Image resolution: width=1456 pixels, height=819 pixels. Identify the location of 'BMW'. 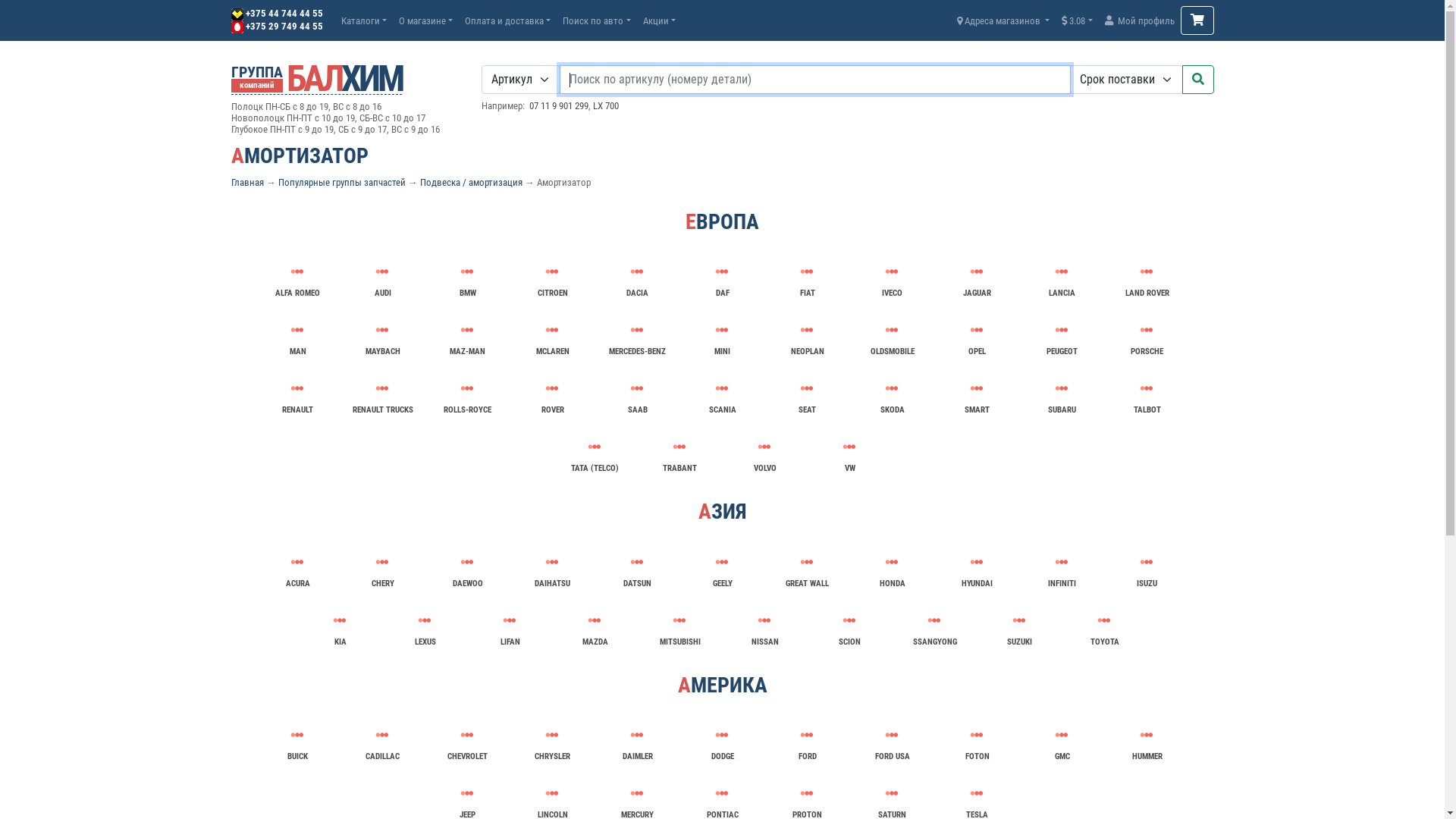
(427, 277).